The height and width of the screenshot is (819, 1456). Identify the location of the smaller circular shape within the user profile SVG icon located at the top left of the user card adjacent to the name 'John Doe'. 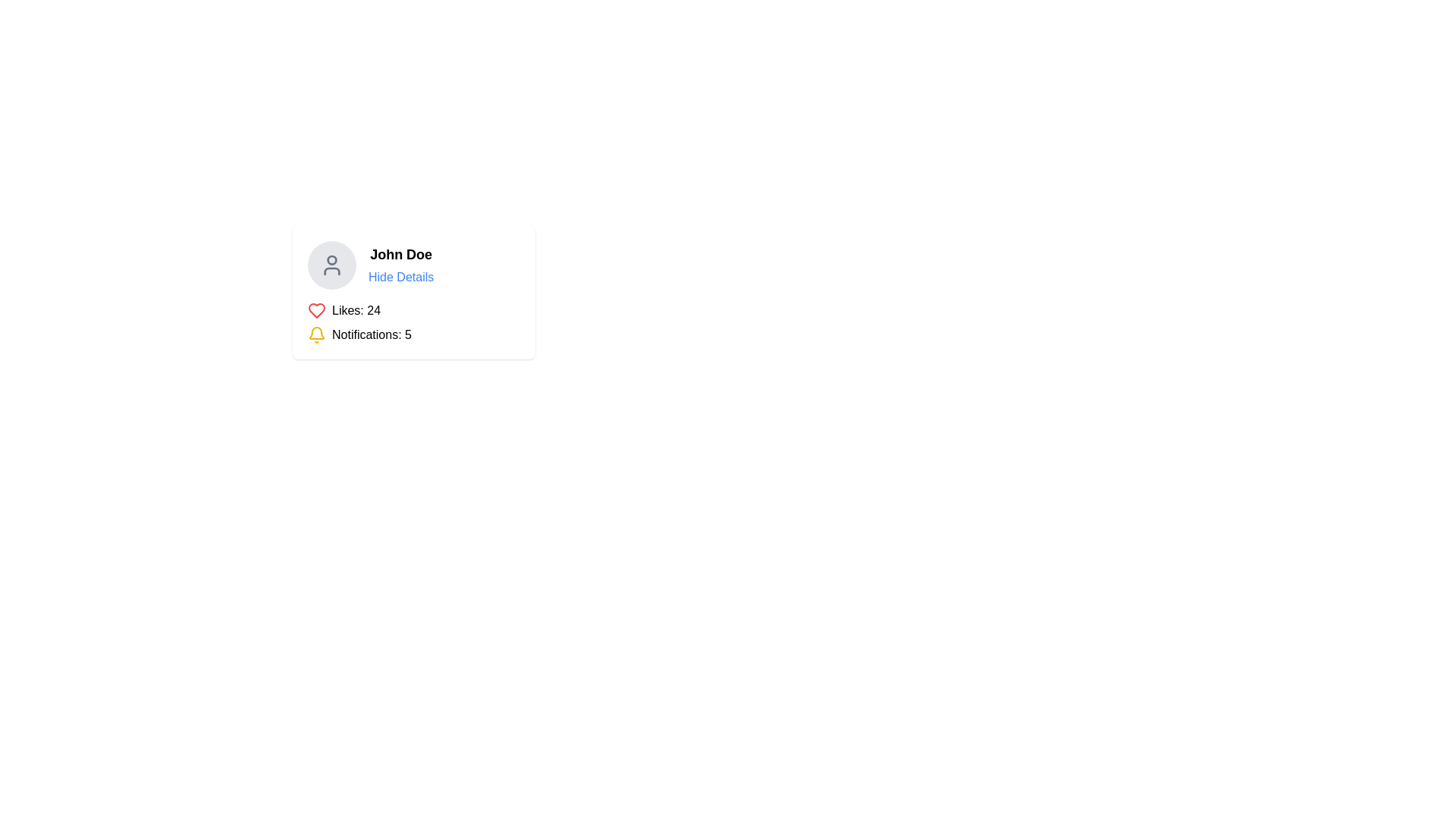
(331, 259).